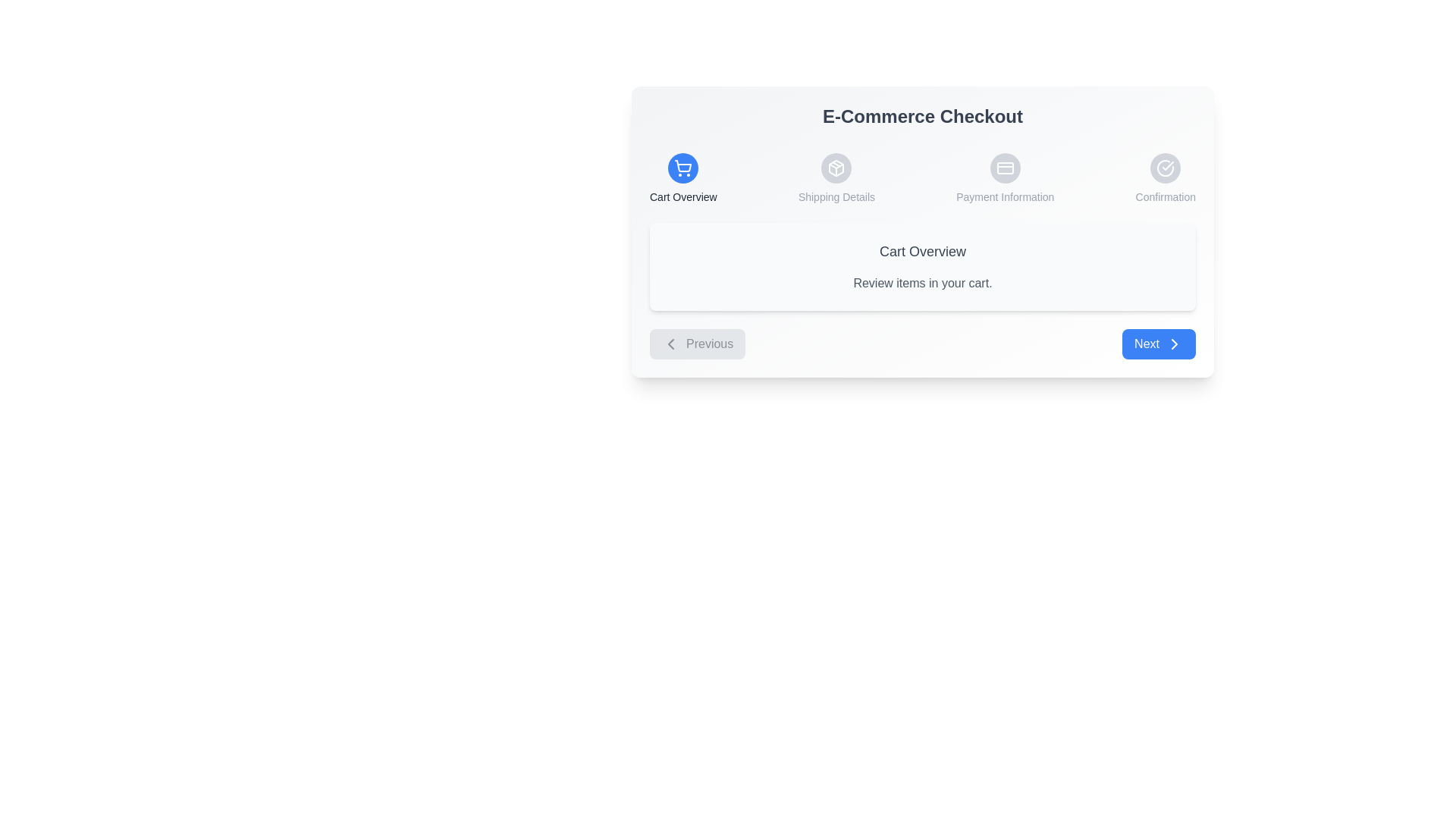 Image resolution: width=1456 pixels, height=819 pixels. I want to click on the left-pointing chevron arrow icon within the 'Previous' button, so click(670, 344).